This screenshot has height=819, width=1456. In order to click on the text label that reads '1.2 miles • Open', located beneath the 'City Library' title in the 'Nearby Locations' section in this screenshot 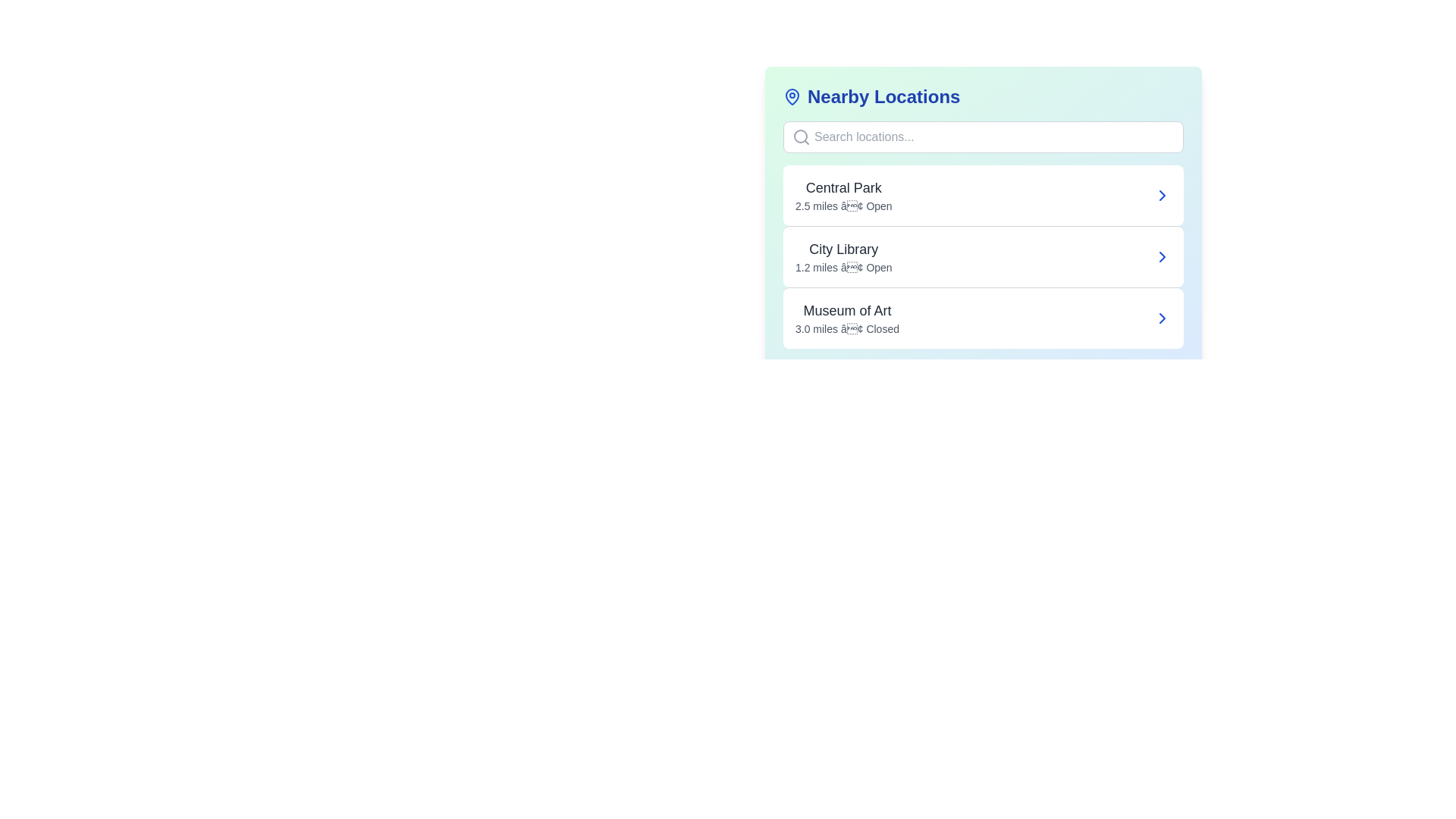, I will do `click(843, 267)`.